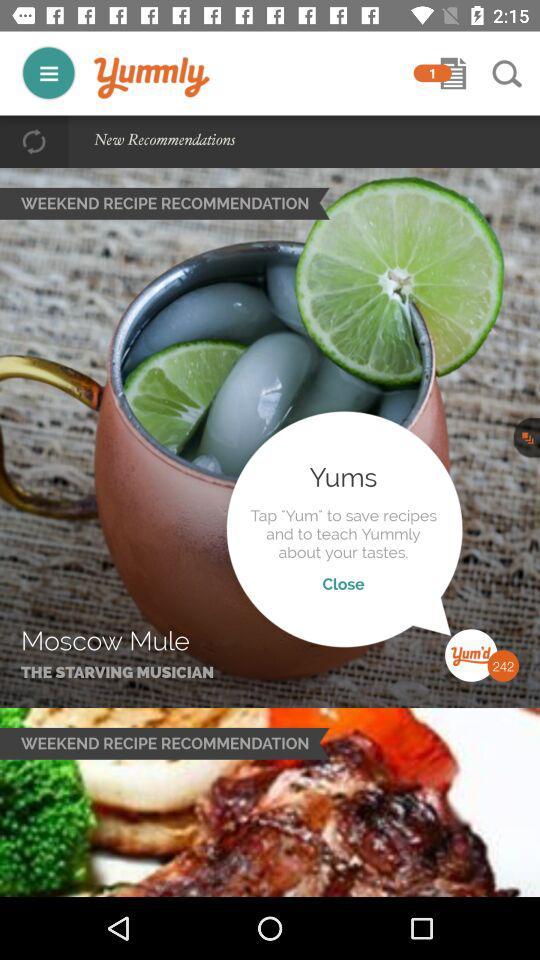 The width and height of the screenshot is (540, 960). I want to click on note or article, so click(453, 73).